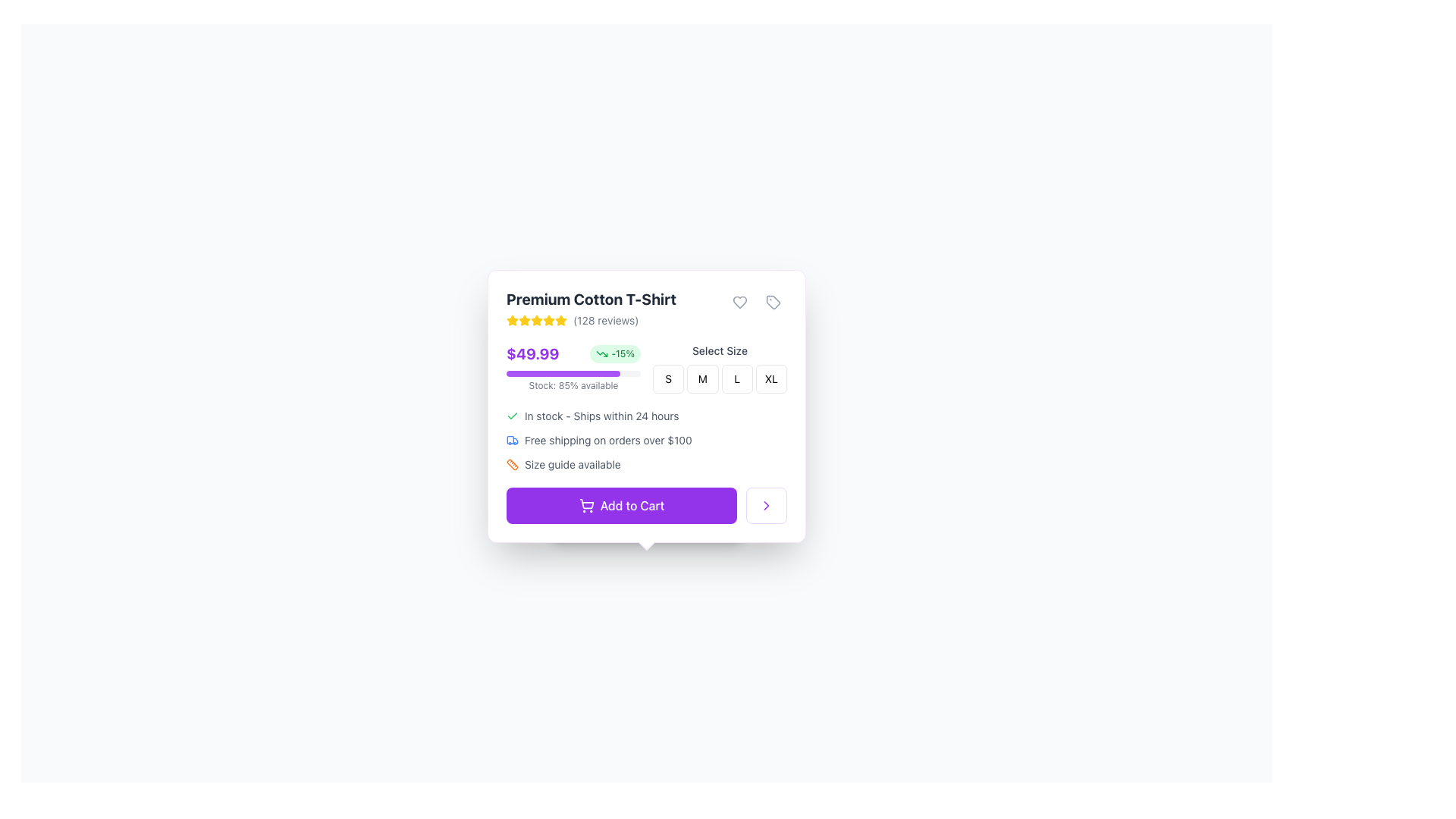 This screenshot has width=1456, height=819. What do you see at coordinates (719, 369) in the screenshot?
I see `the 'M' size button in the 'Select Size' section of the grouped selectable button set` at bounding box center [719, 369].